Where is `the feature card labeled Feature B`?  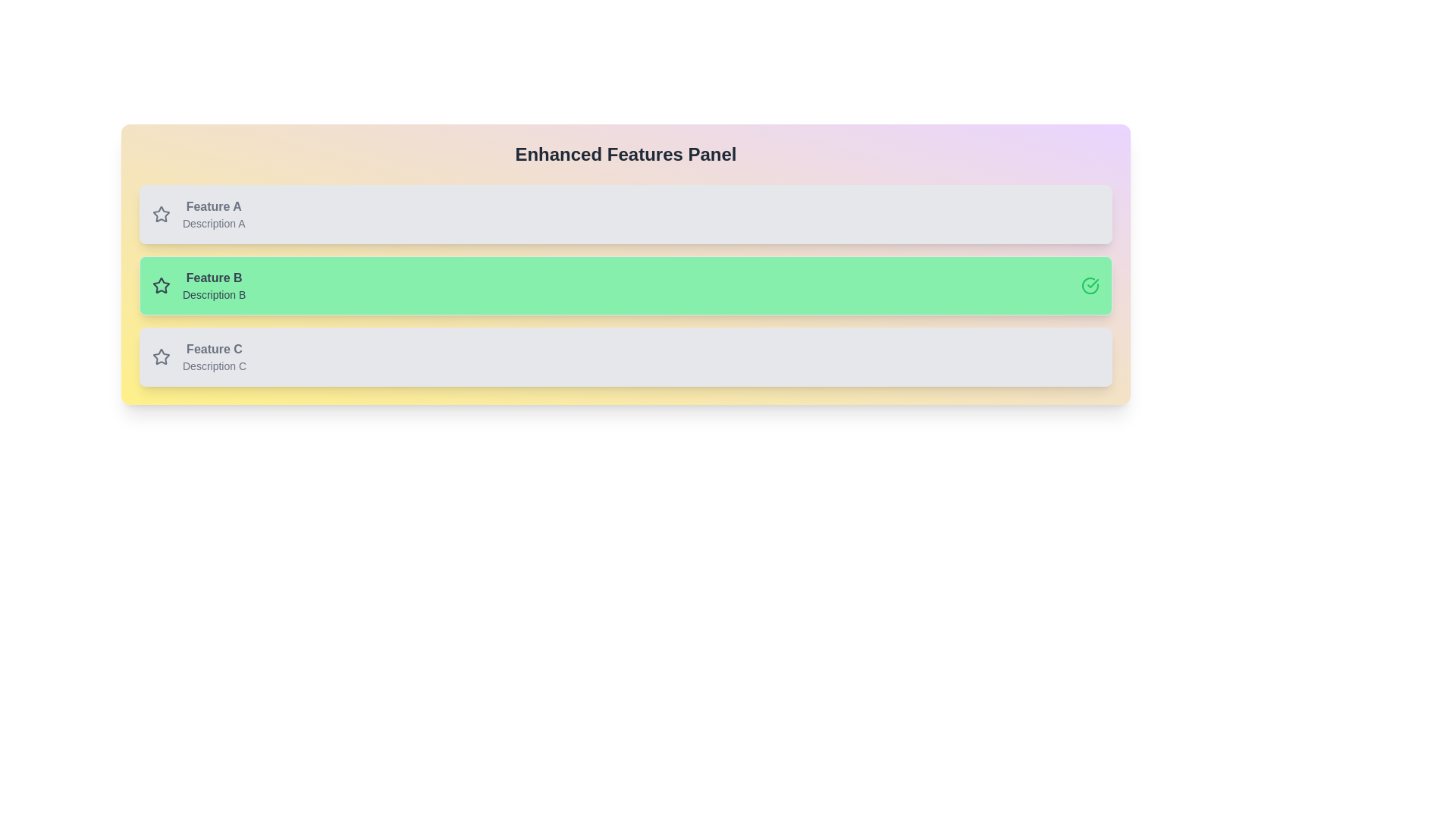 the feature card labeled Feature B is located at coordinates (626, 286).